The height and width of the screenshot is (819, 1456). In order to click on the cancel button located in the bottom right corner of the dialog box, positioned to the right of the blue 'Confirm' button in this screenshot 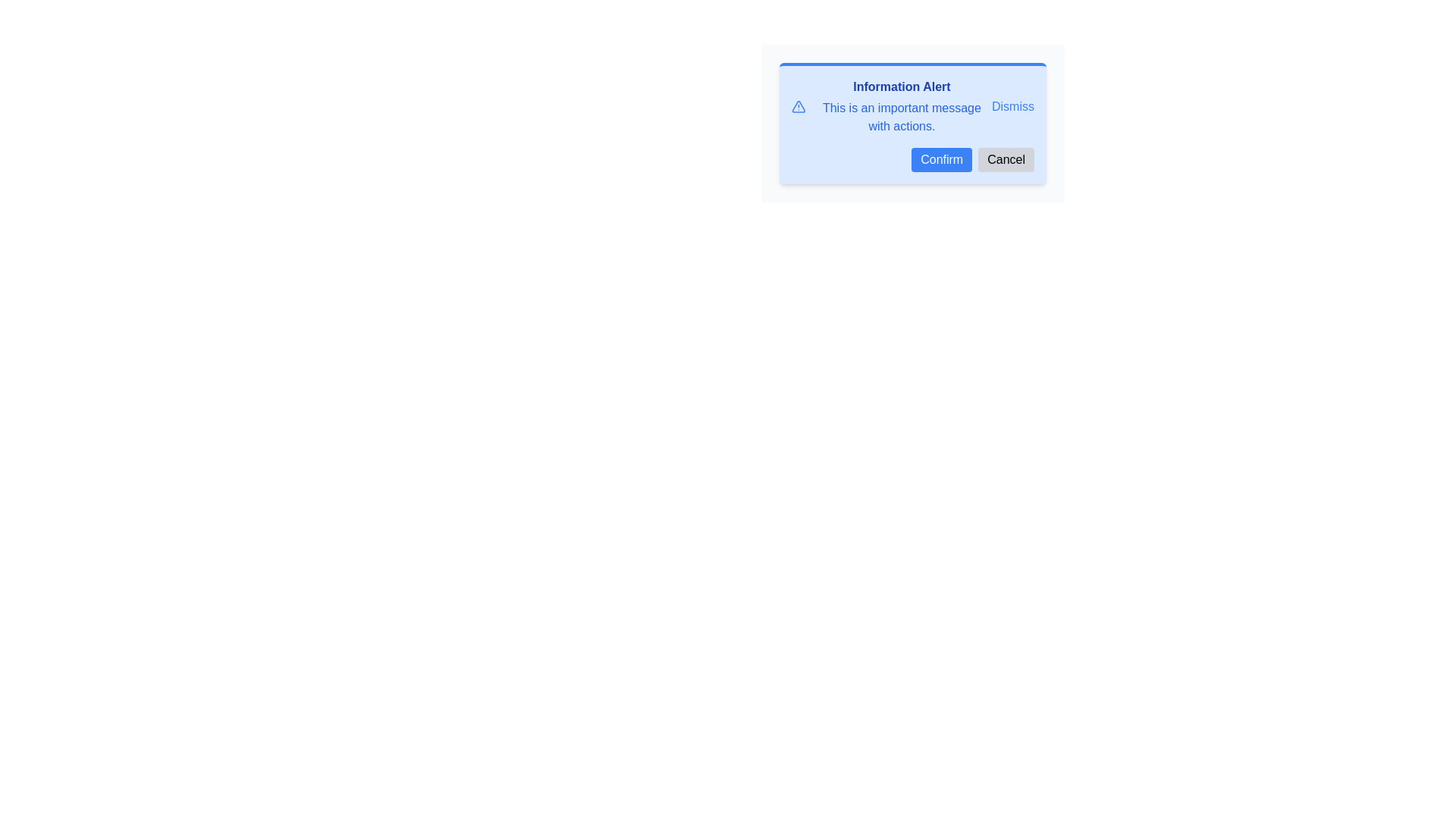, I will do `click(1006, 160)`.